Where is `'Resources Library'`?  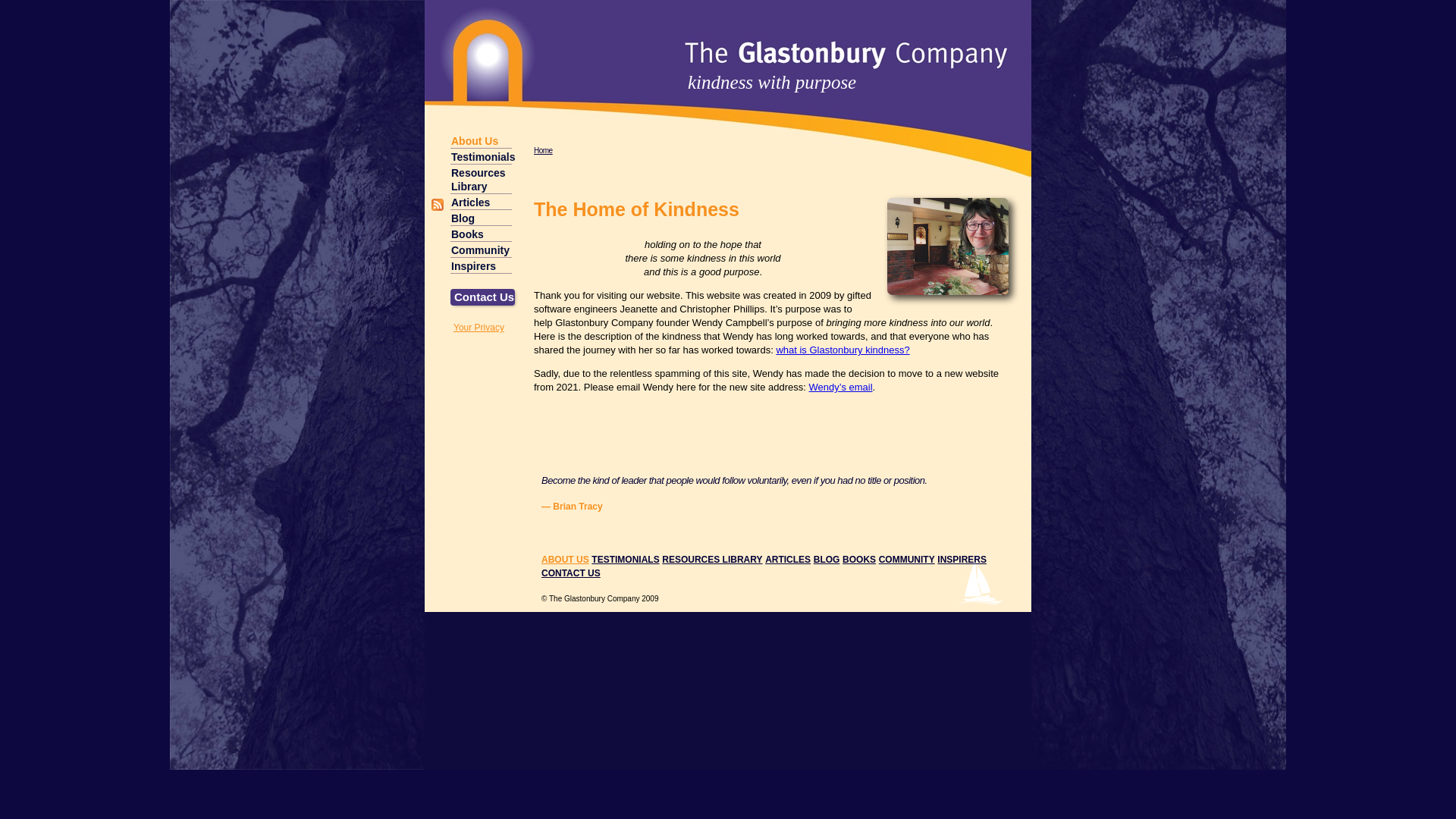
'Resources Library' is located at coordinates (480, 178).